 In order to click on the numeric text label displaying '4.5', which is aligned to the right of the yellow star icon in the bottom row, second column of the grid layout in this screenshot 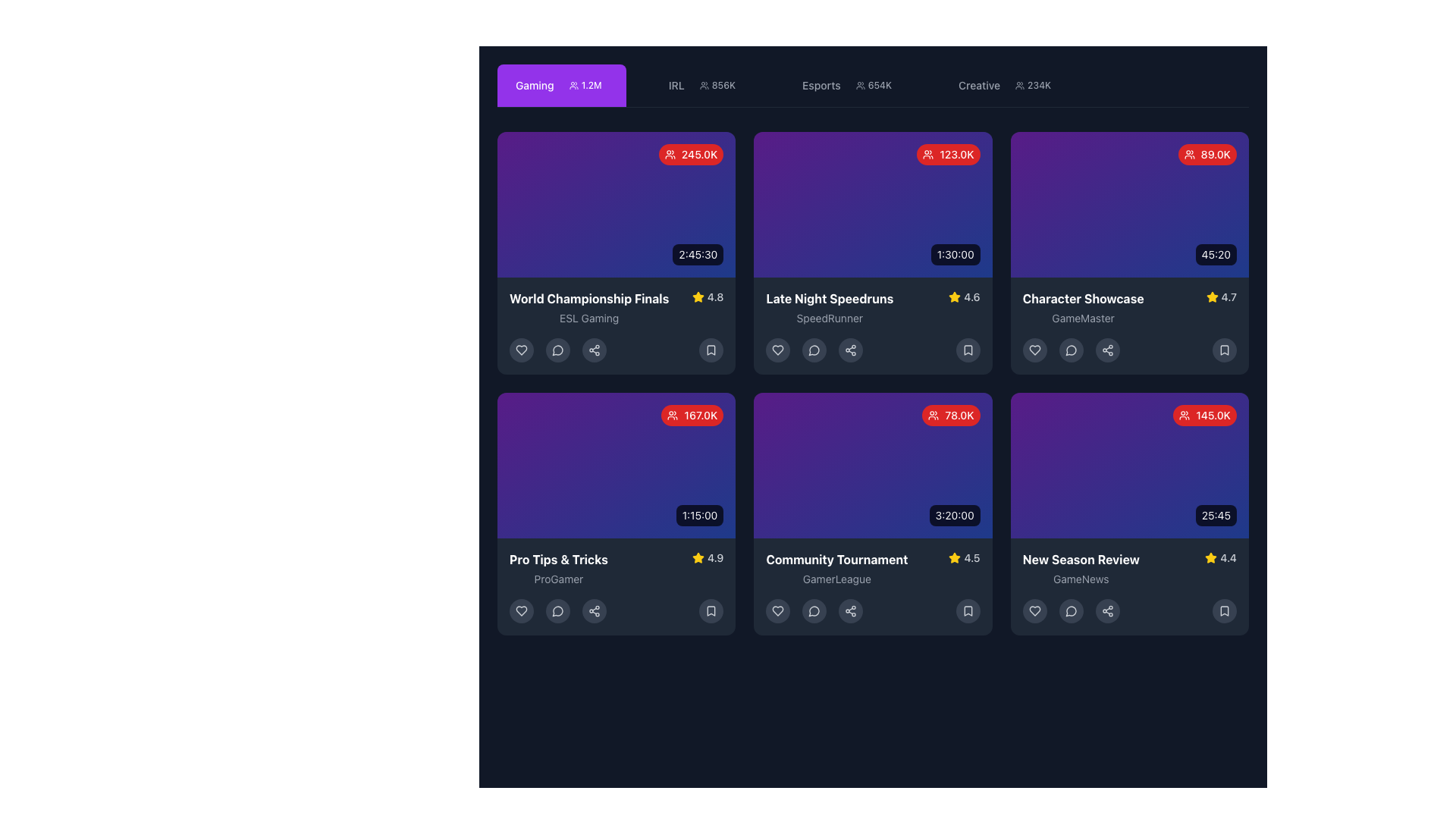, I will do `click(971, 558)`.